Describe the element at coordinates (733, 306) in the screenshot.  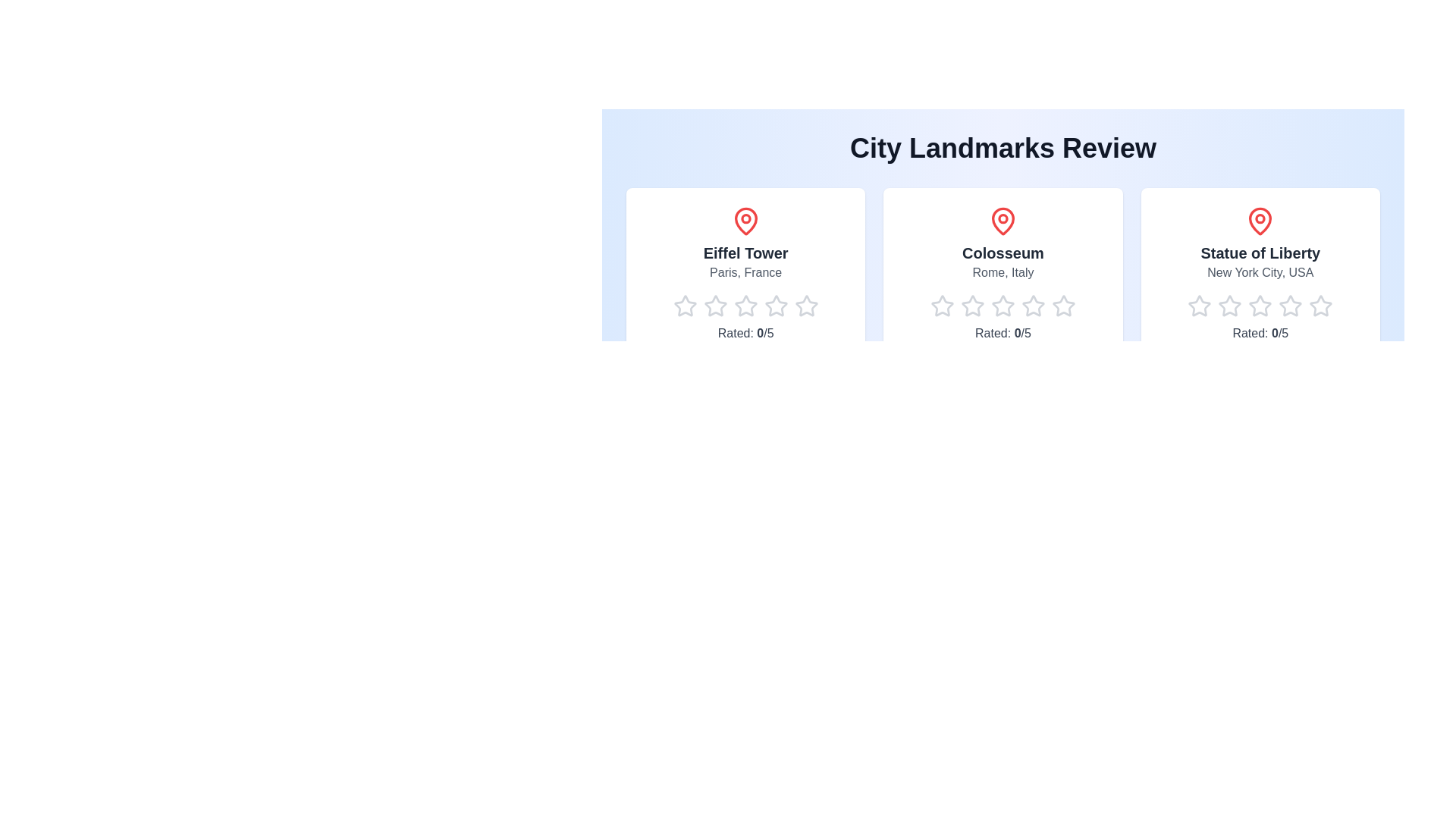
I see `the star corresponding to 3 for the landmark Eiffel Tower` at that location.